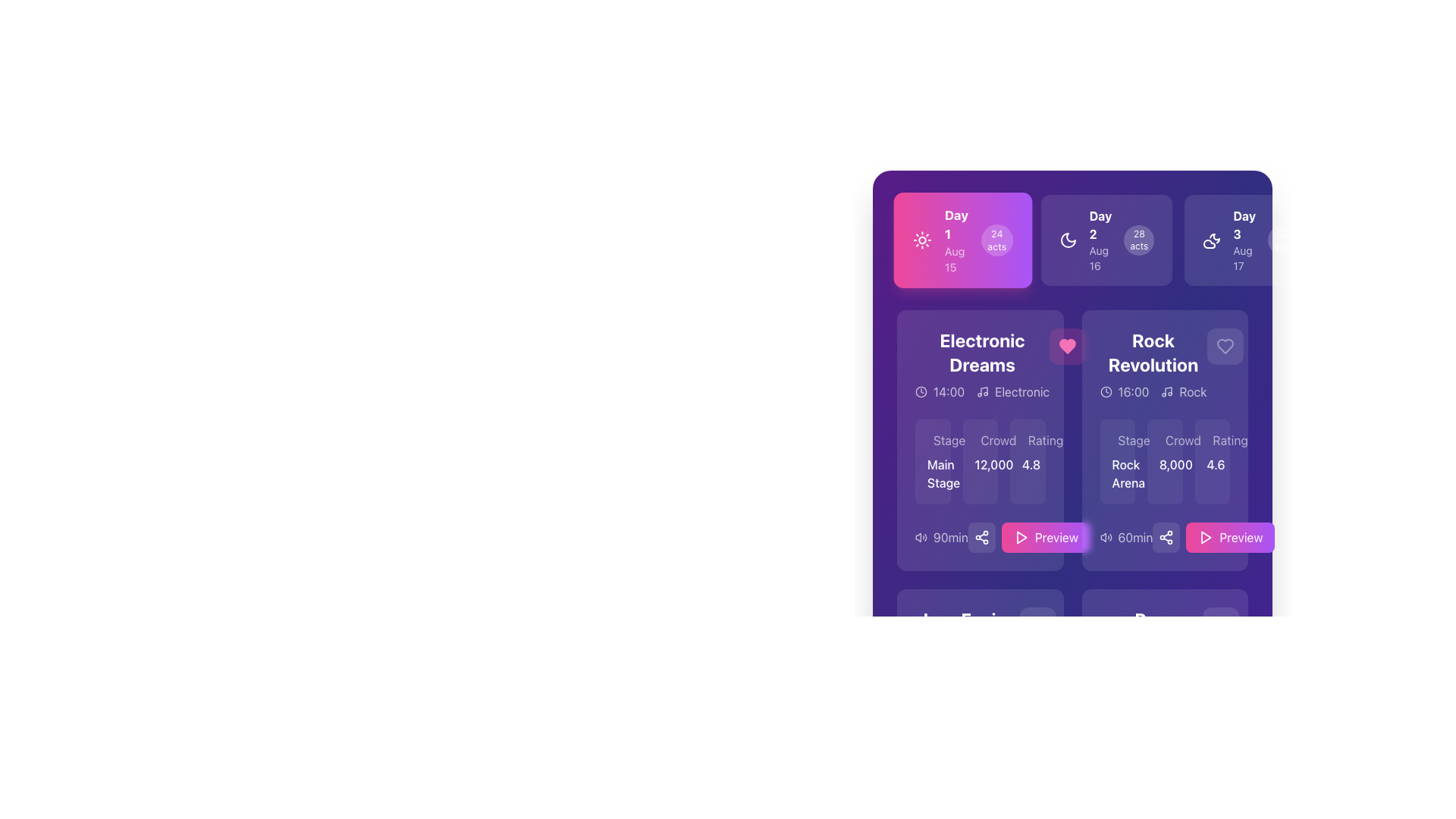 This screenshot has height=819, width=1456. What do you see at coordinates (1106, 239) in the screenshot?
I see `the second button from the left, which represents Day 2 (August 16) in the event schedule` at bounding box center [1106, 239].